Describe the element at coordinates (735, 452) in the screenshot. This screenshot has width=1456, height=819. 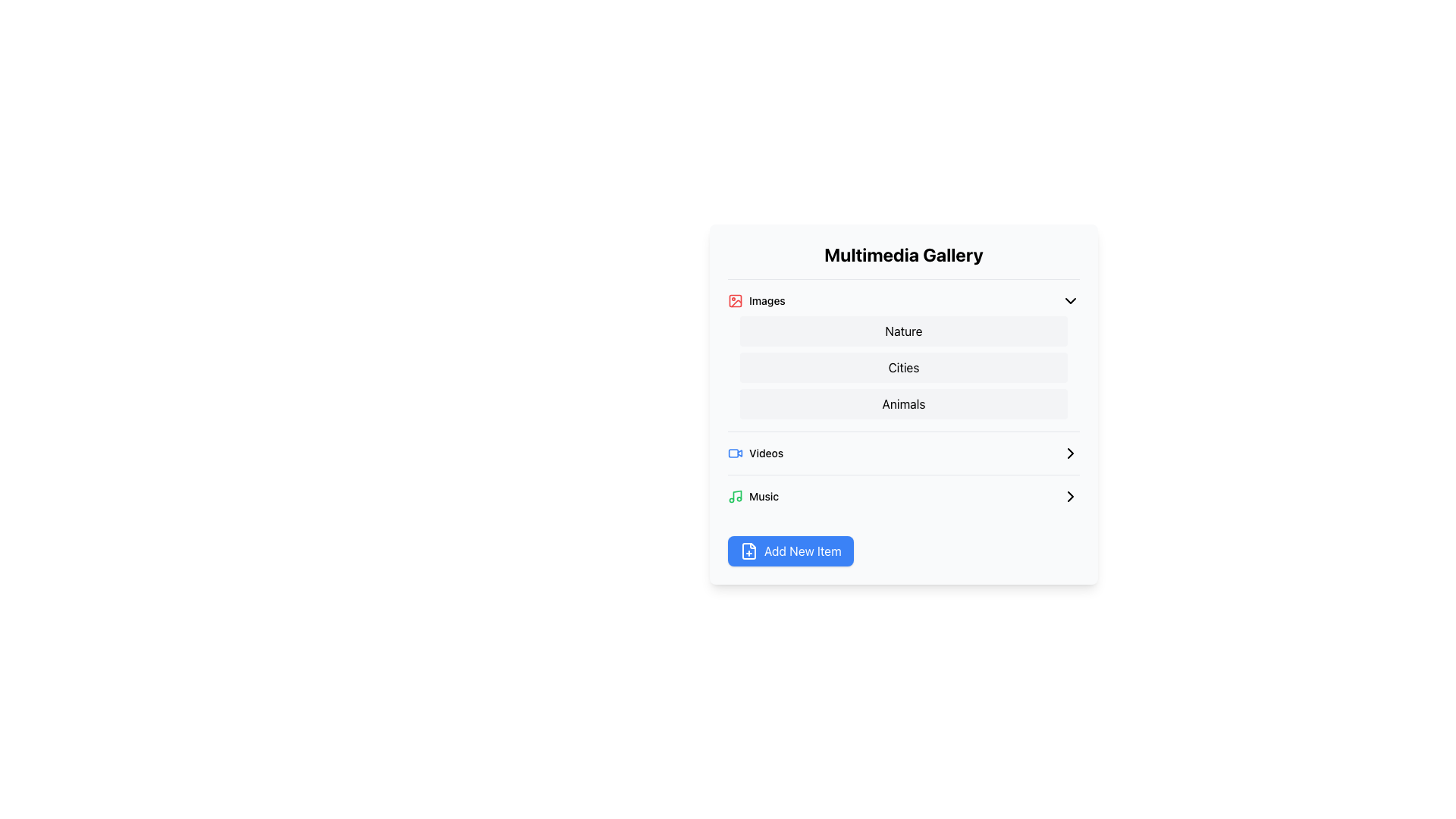
I see `the 'Videos' icon located in the 'Multimedia Gallery' section, which is the second item in the list, positioned below 'Images' and above 'Music'` at that location.